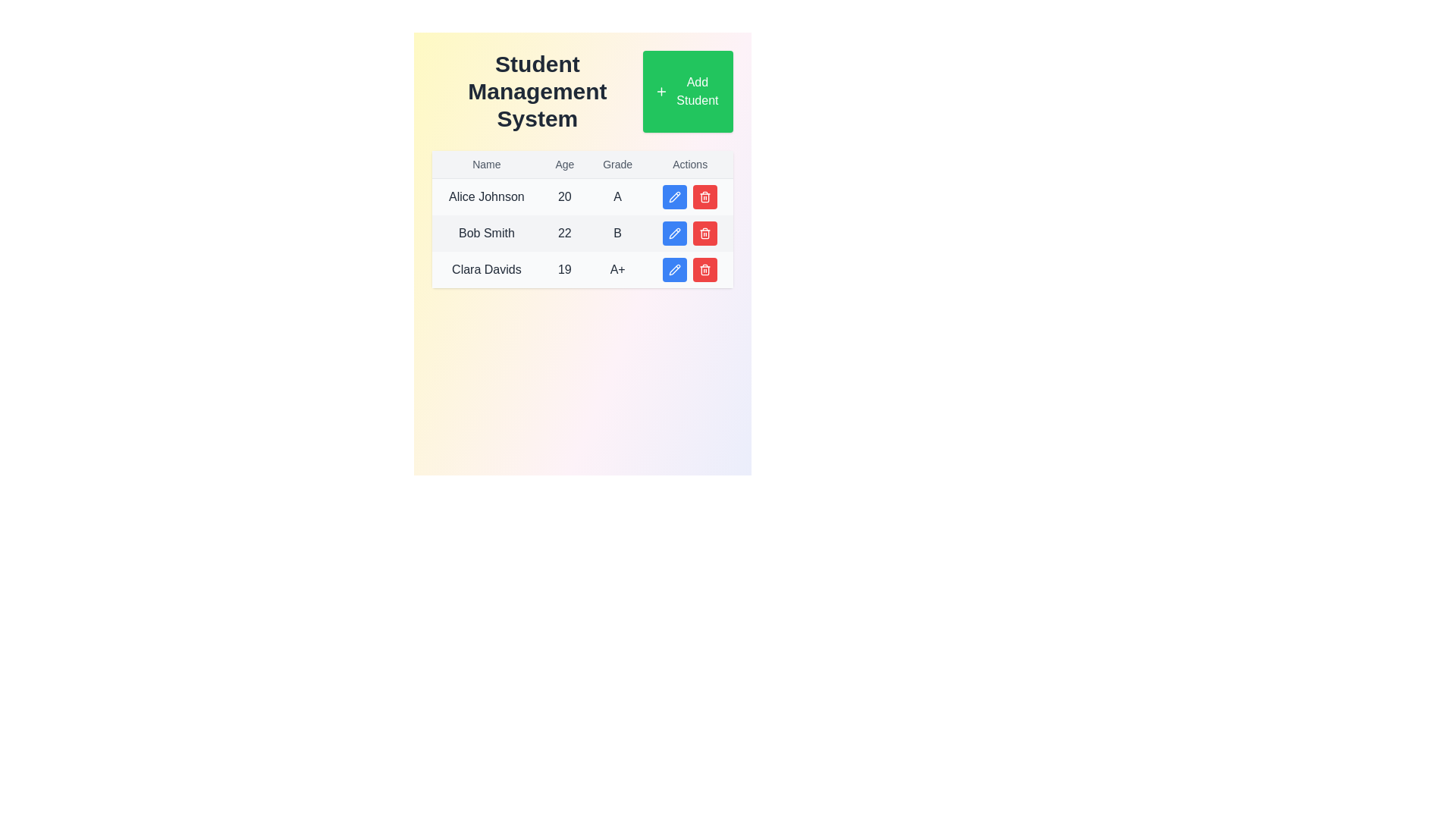  Describe the element at coordinates (674, 234) in the screenshot. I see `the edit icon button located in the 'Actions' column of the second row in the table next to the user 'Bob Smith'` at that location.